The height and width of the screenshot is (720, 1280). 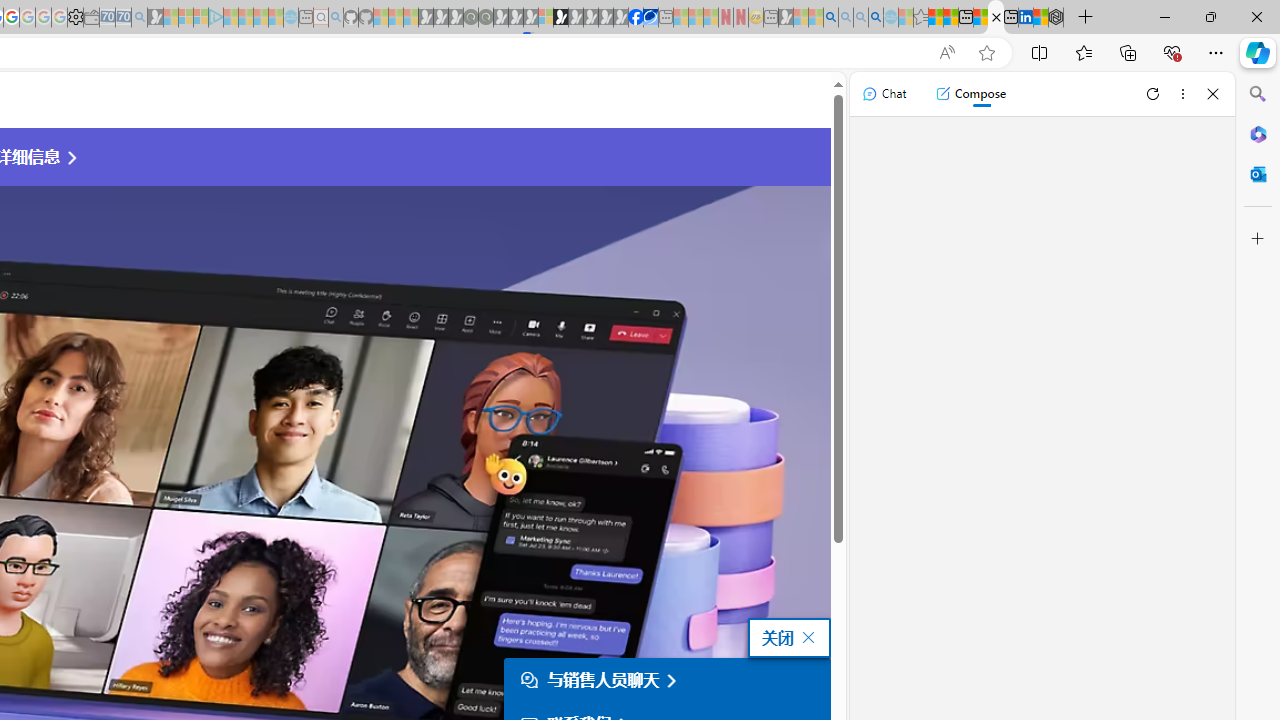 What do you see at coordinates (1055, 17) in the screenshot?
I see `'Nordace - Summer Adventures 2024'` at bounding box center [1055, 17].